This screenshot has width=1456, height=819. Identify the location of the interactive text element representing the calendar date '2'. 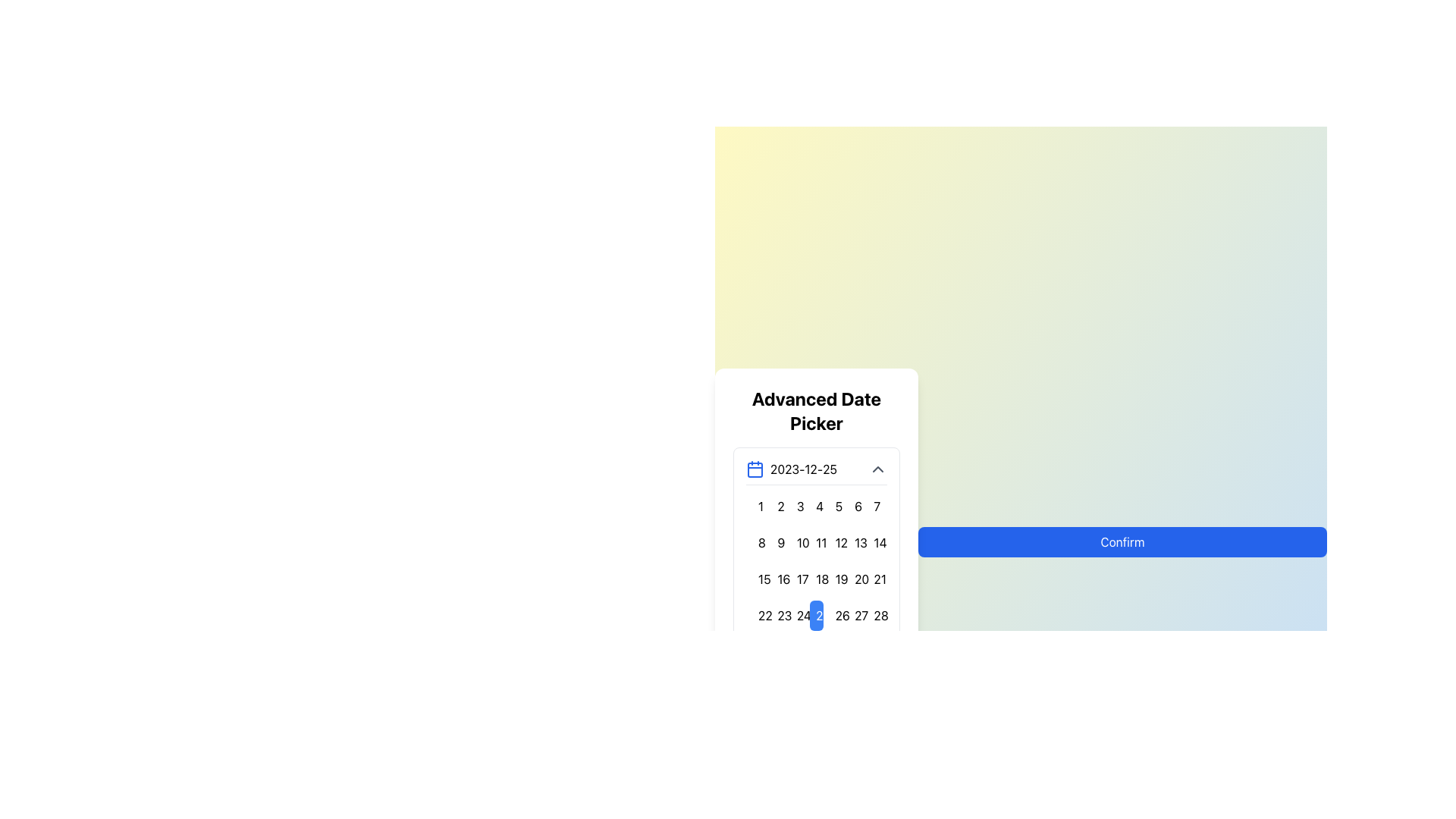
(778, 506).